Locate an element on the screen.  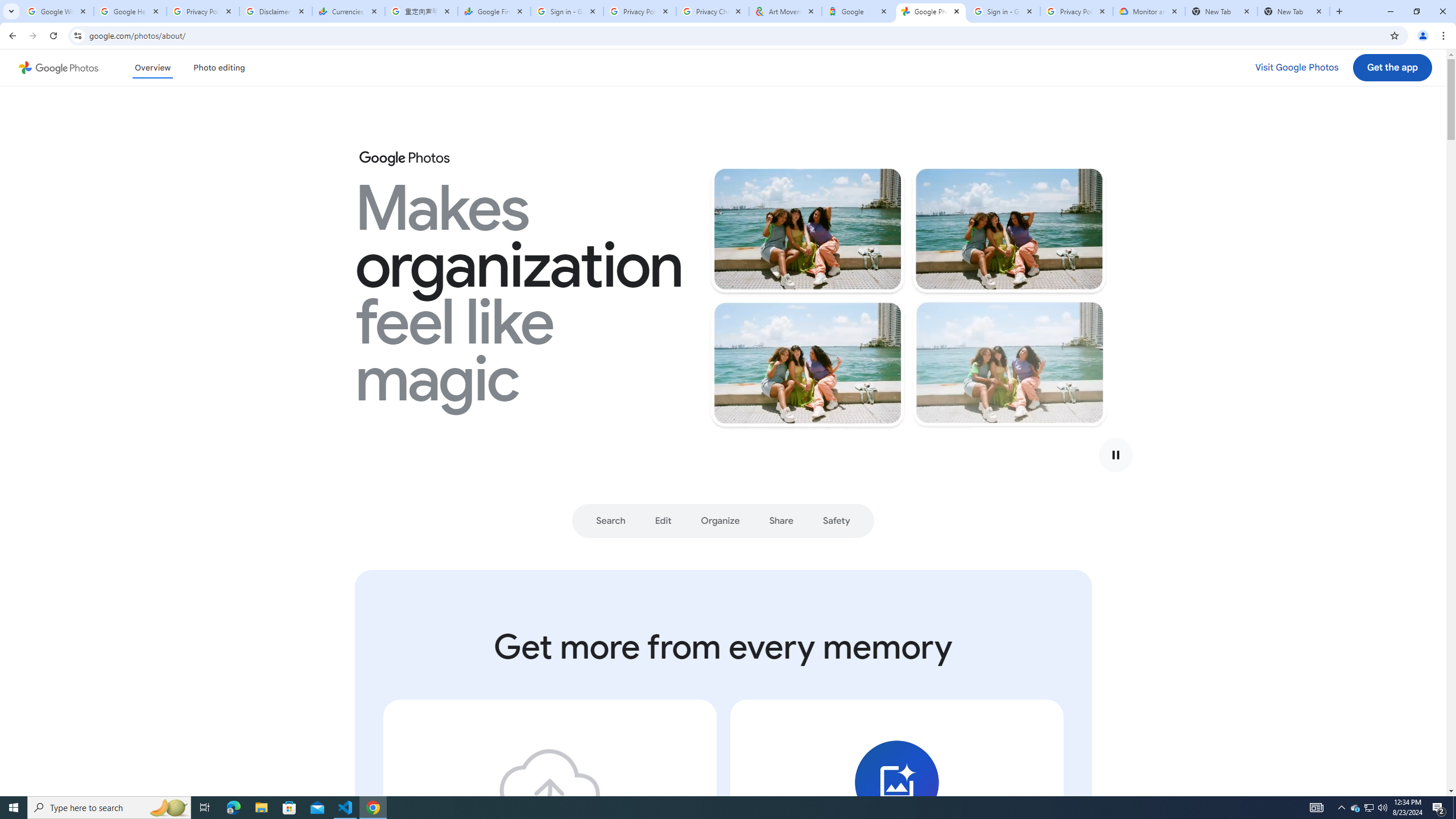
'Visit Google Photos' is located at coordinates (1296, 67).